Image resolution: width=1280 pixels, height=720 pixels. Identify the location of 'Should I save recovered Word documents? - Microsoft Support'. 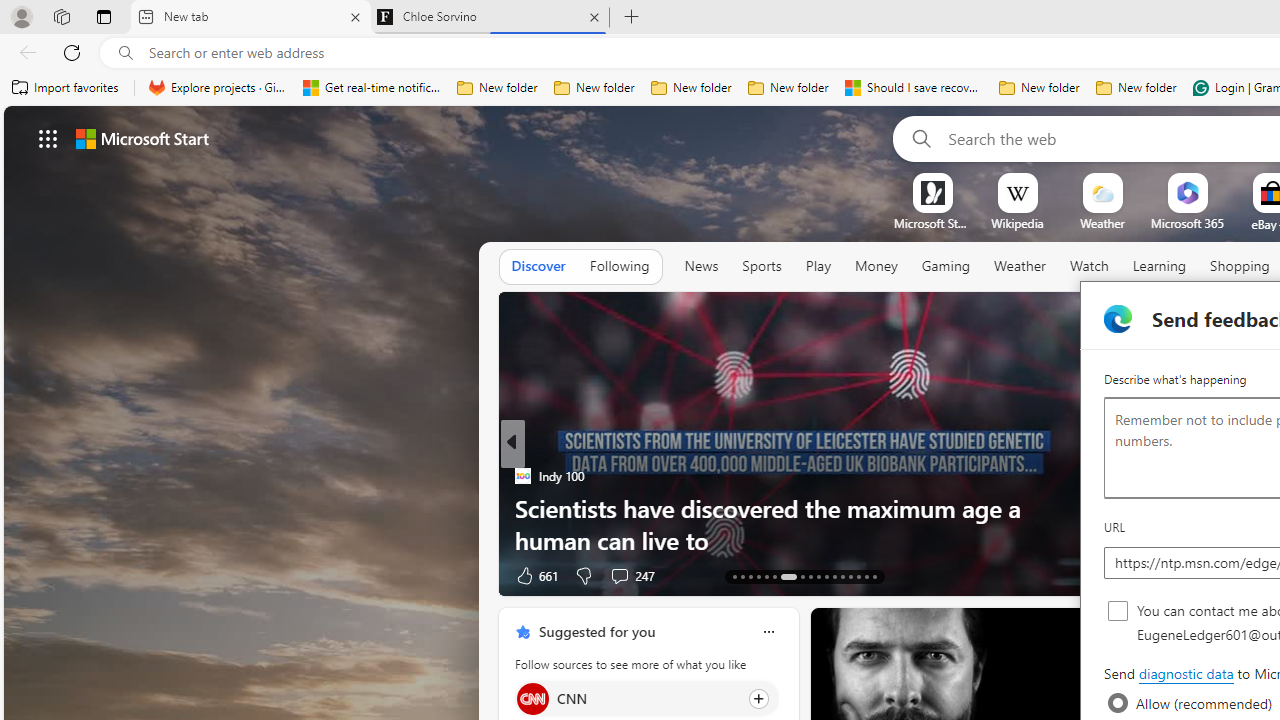
(912, 87).